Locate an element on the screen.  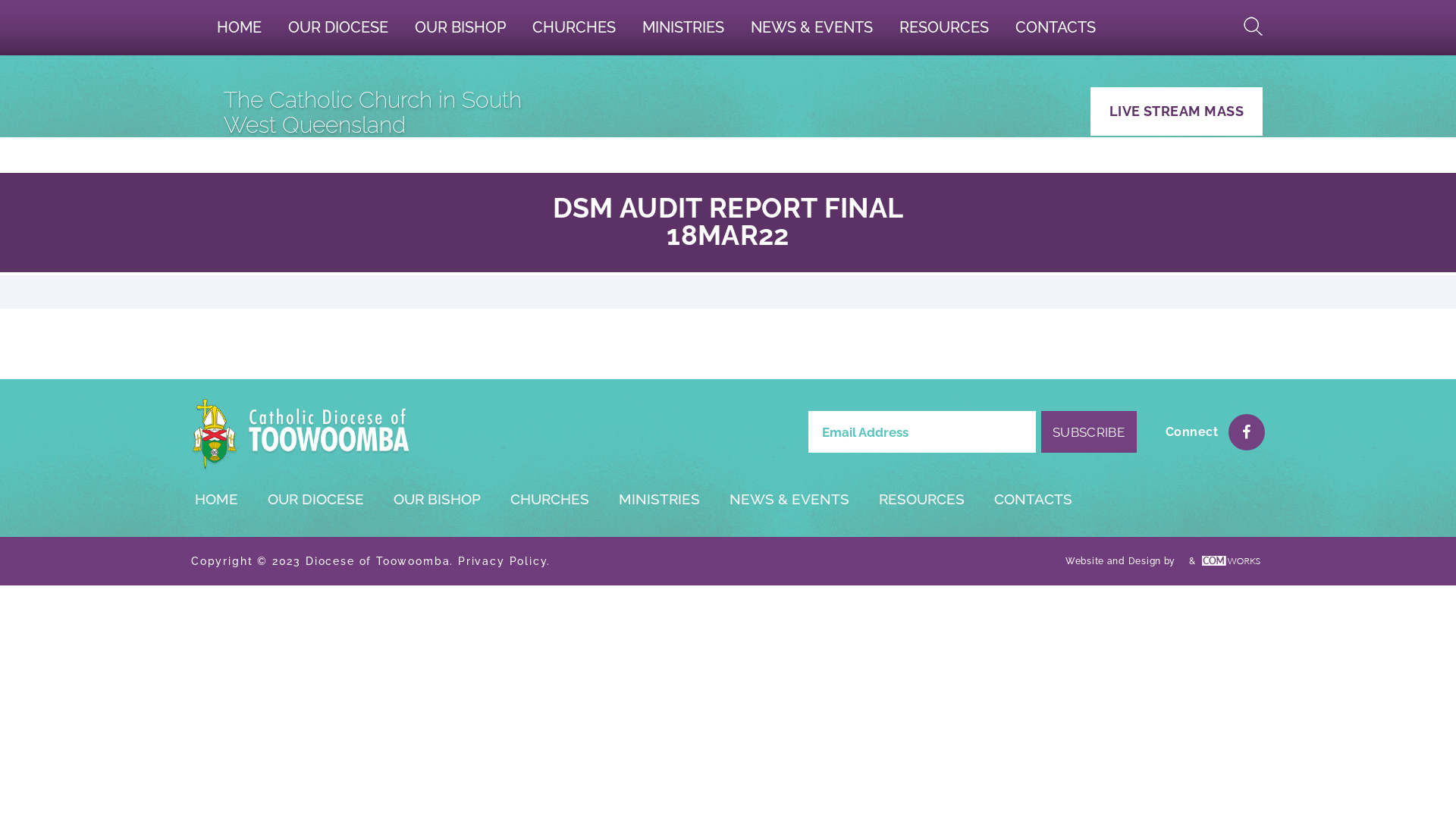
'OUR BISHOP' is located at coordinates (401, 27).